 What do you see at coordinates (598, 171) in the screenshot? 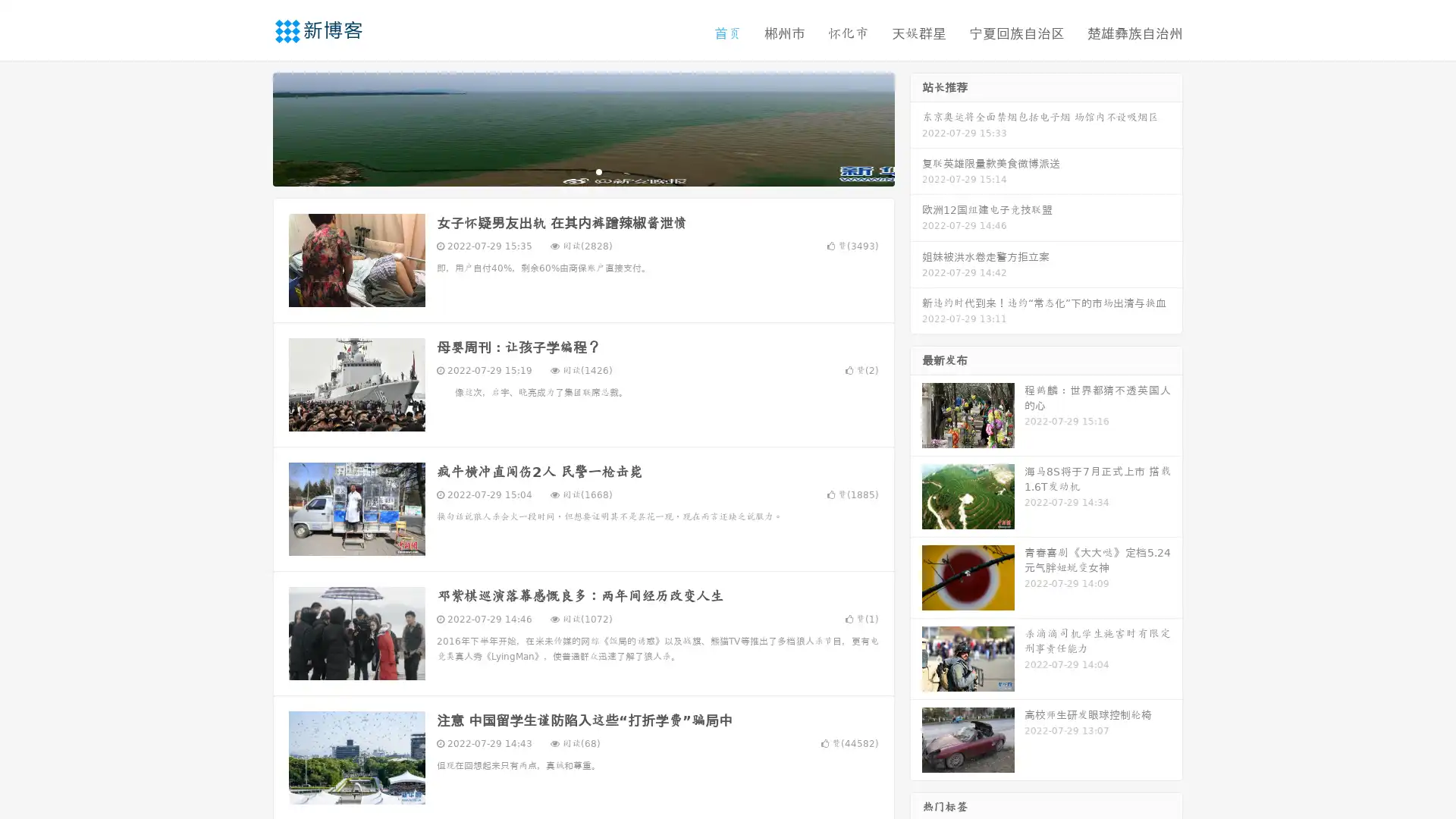
I see `Go to slide 3` at bounding box center [598, 171].